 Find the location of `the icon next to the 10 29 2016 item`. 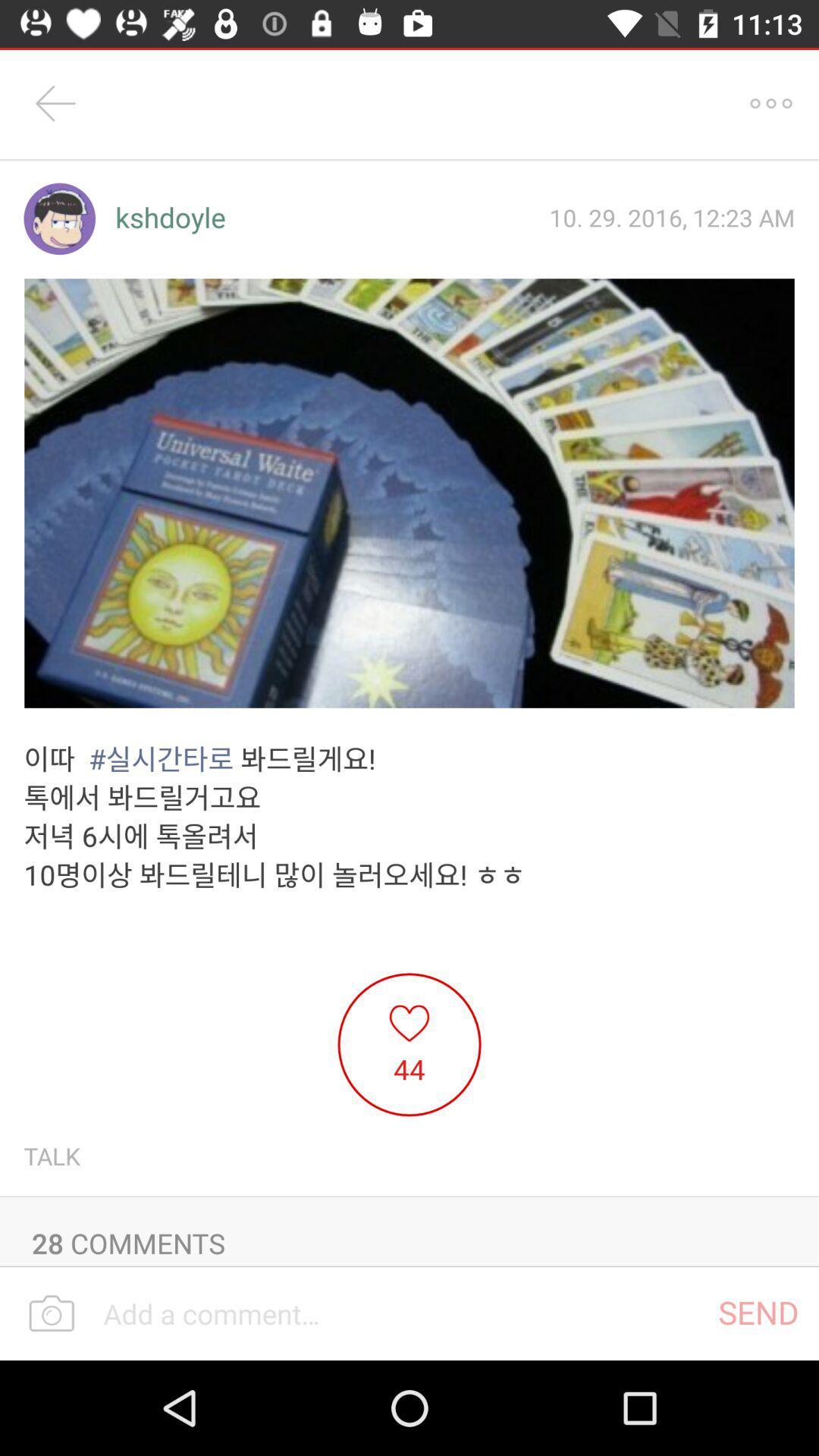

the icon next to the 10 29 2016 item is located at coordinates (170, 218).